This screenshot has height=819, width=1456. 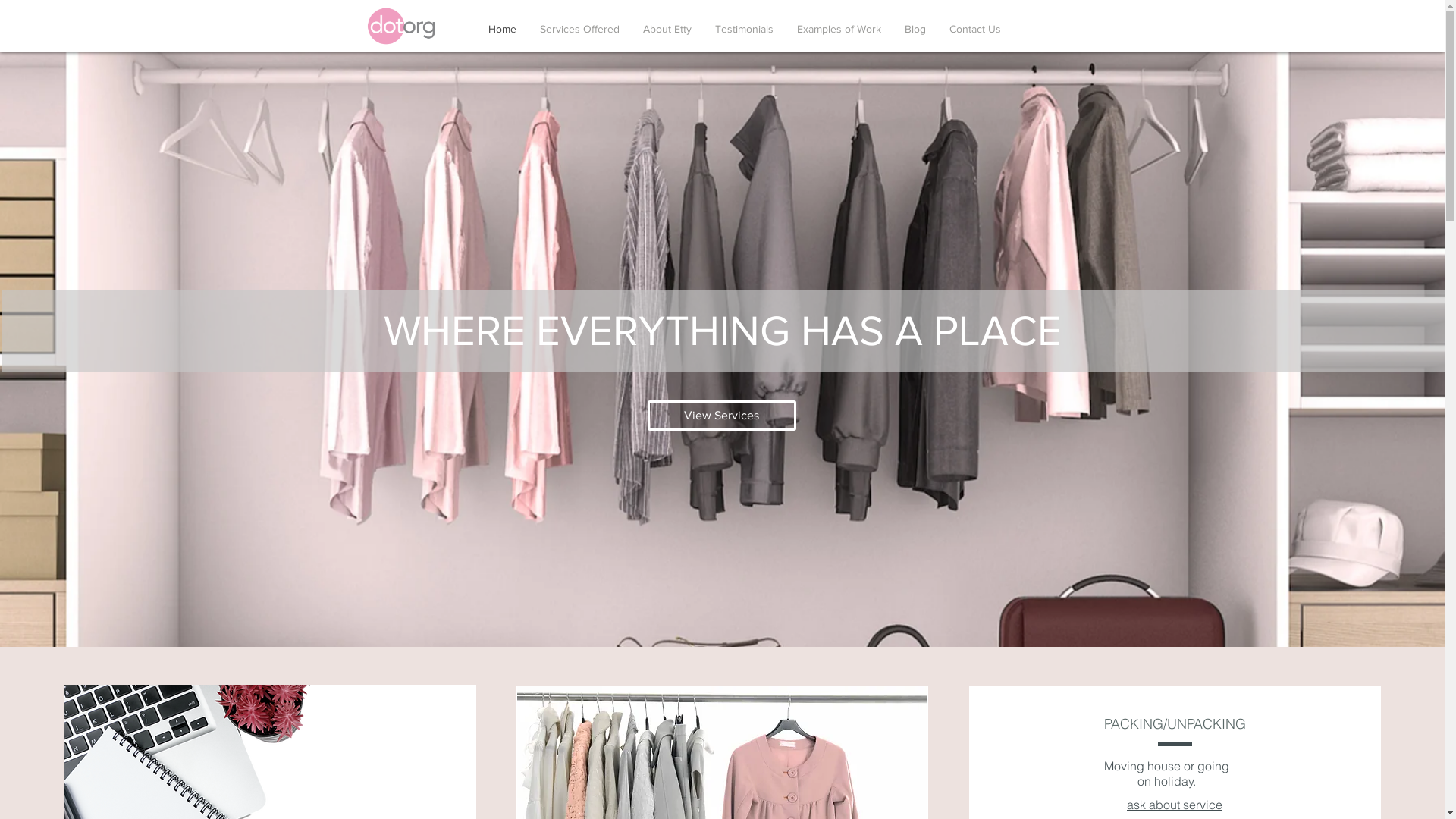 I want to click on 'Blog', so click(x=915, y=29).